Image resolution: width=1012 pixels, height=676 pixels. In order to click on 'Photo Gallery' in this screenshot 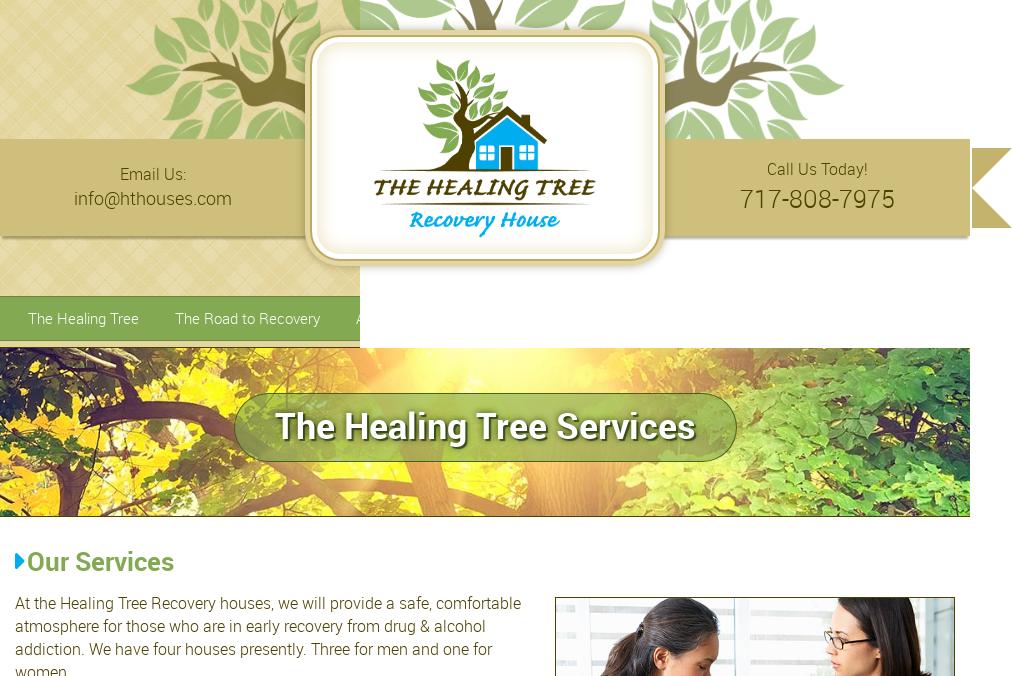, I will do `click(695, 317)`.